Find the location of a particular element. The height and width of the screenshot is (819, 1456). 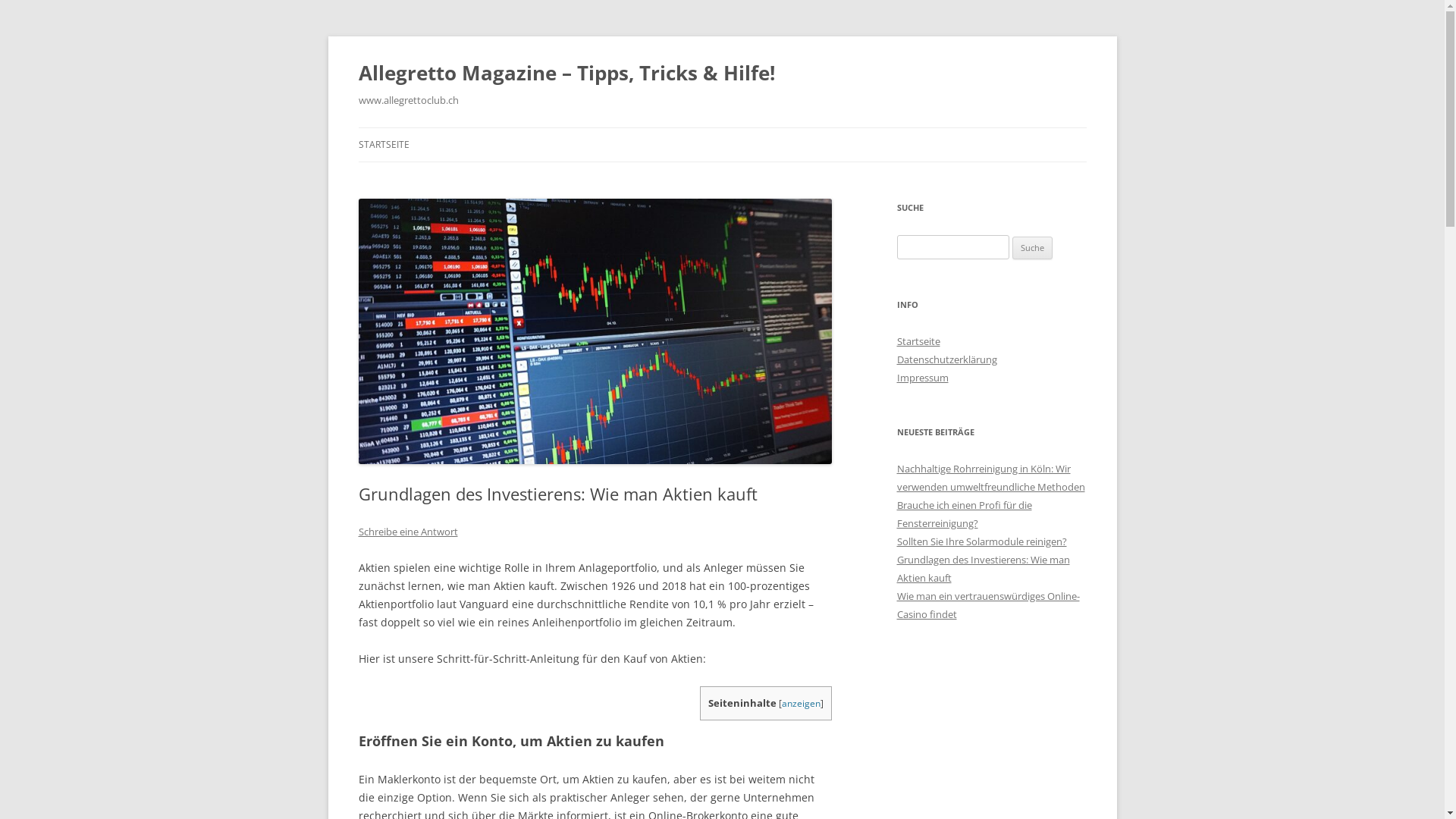

'Suche' is located at coordinates (1031, 247).